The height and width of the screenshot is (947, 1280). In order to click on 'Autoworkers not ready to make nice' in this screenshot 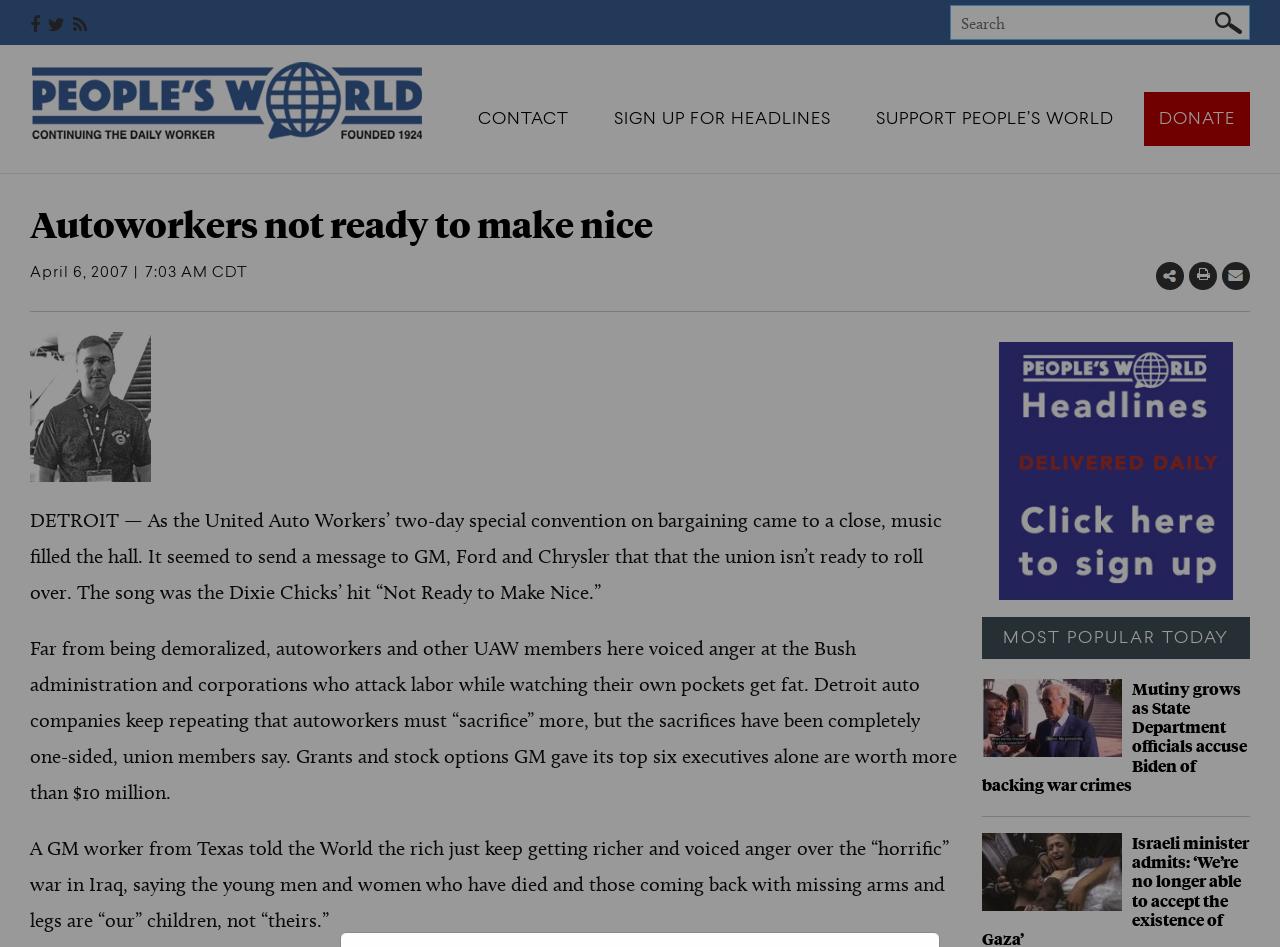, I will do `click(341, 223)`.